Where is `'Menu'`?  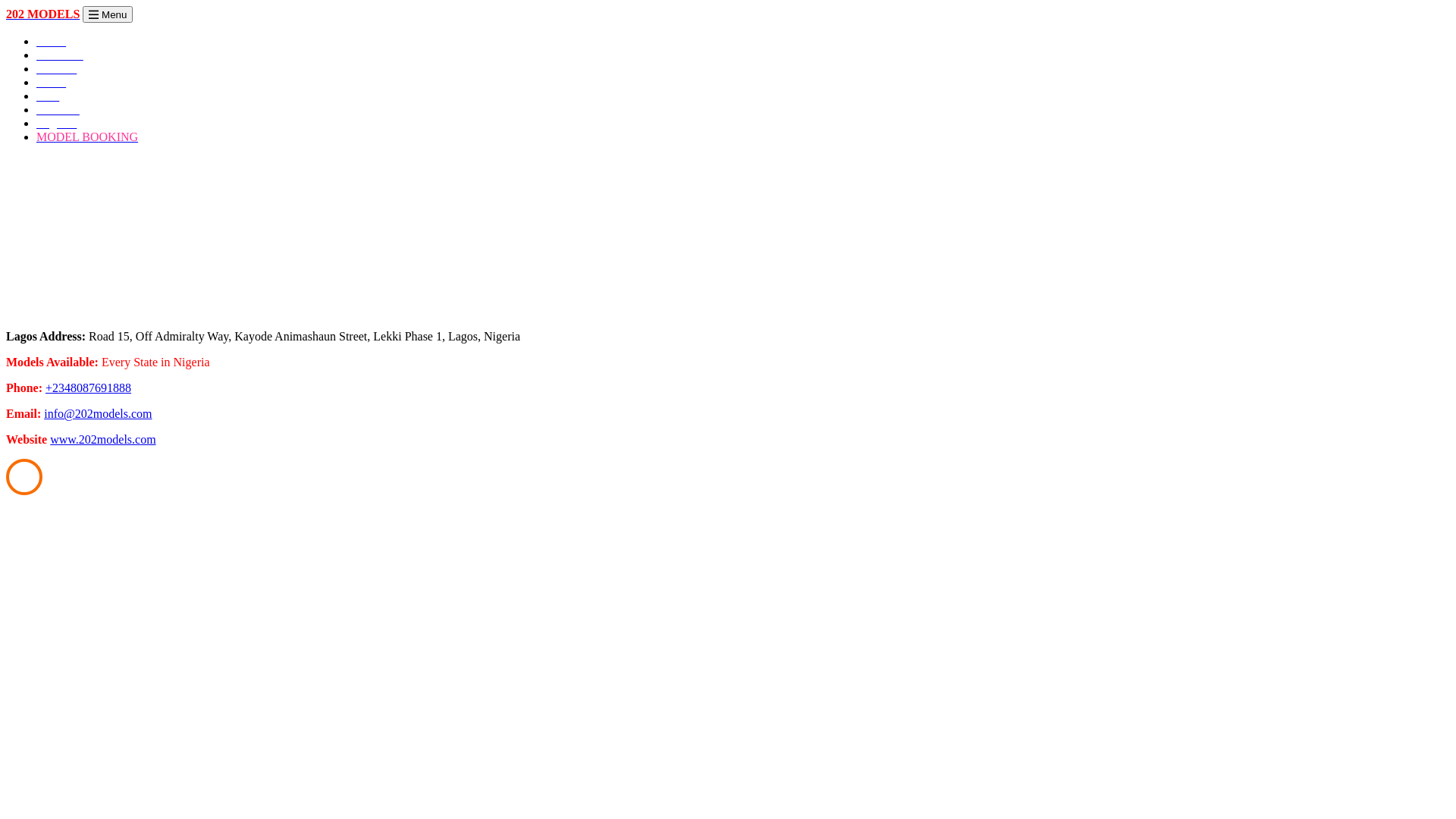 'Menu' is located at coordinates (107, 14).